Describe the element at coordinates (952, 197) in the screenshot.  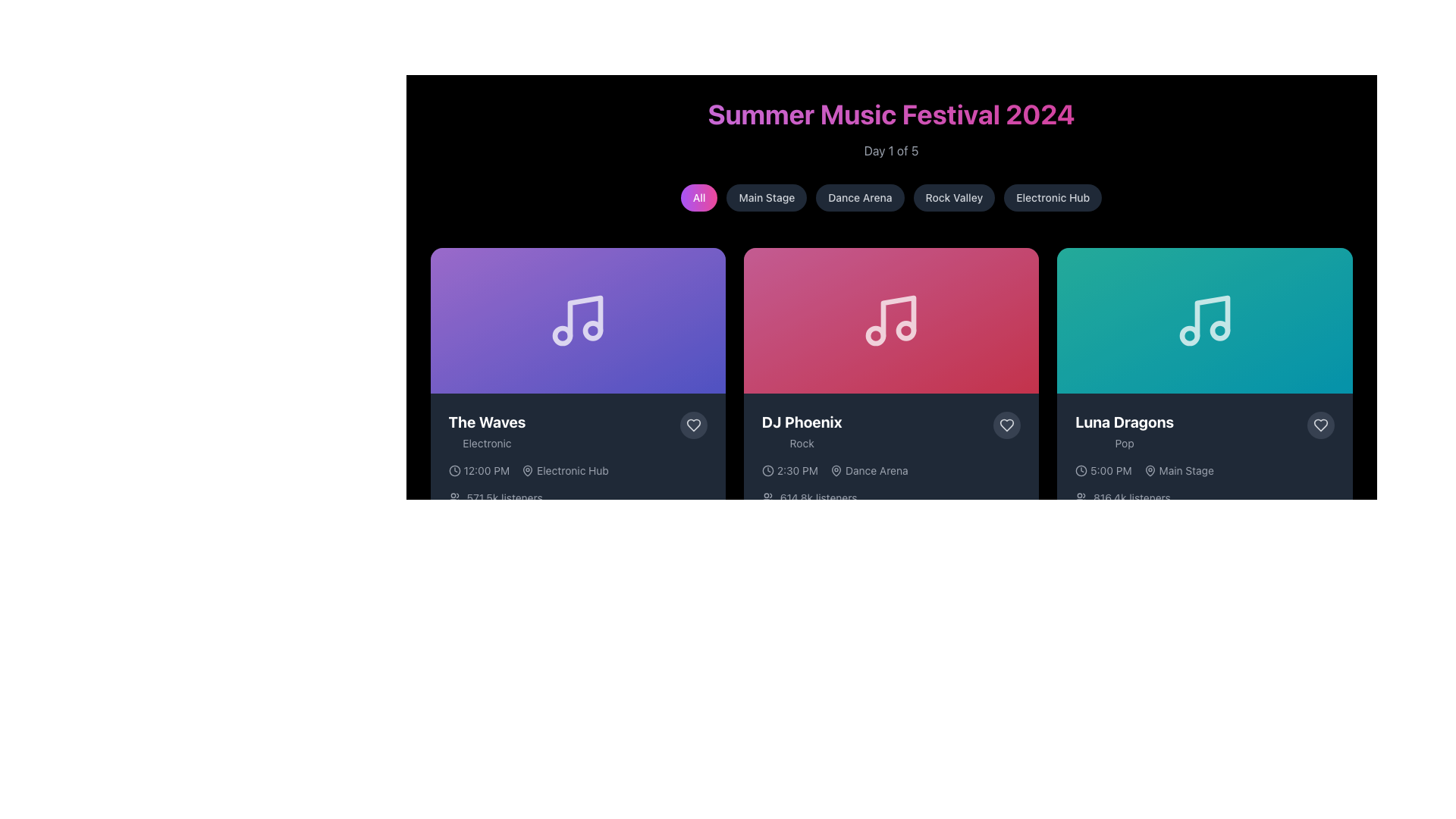
I see `the fourth button in the horizontal row, which activates the Rock Valley filter, located below the title 'Summer Music Festival 2024'` at that location.